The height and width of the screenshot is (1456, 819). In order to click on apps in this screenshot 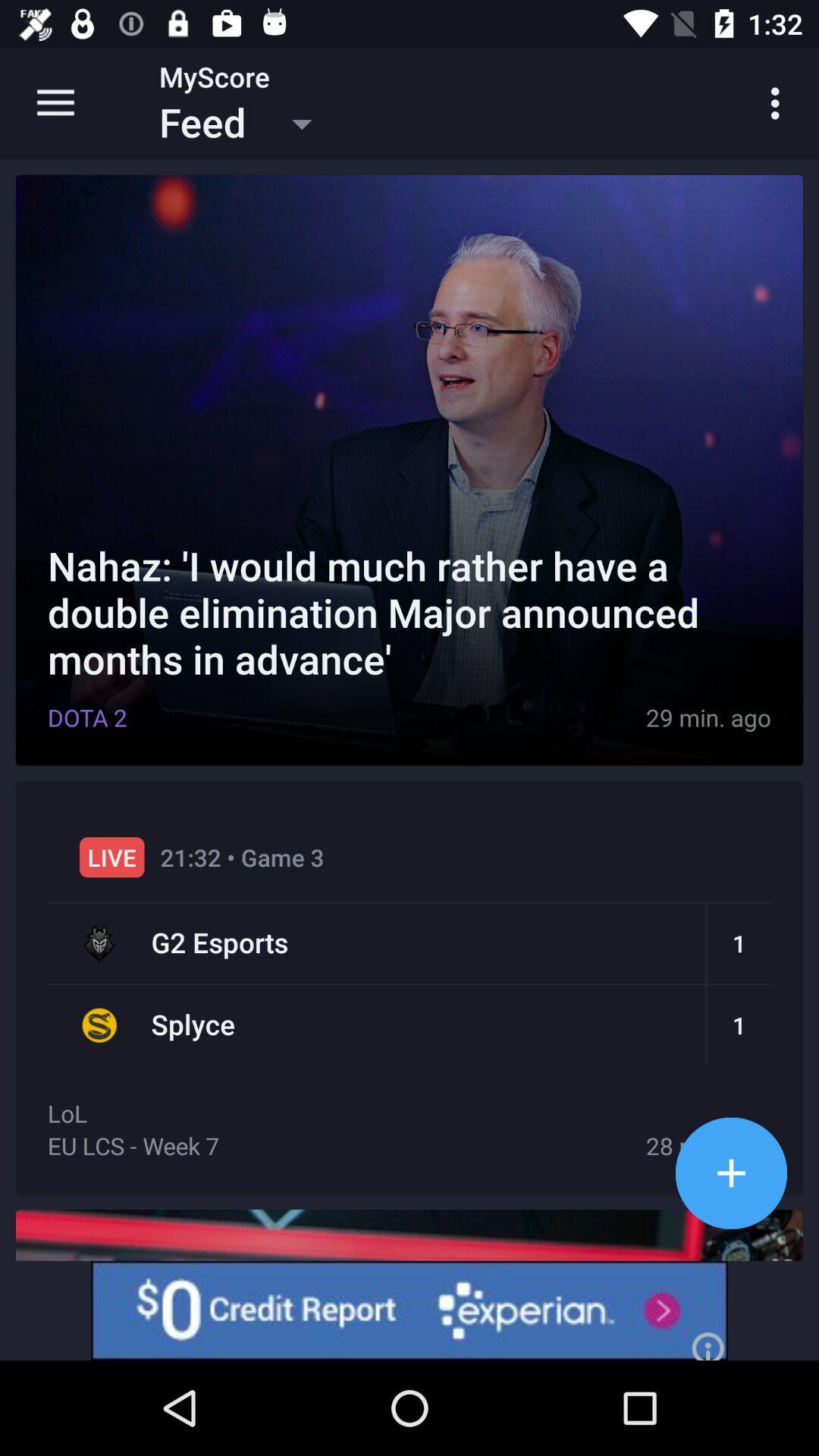, I will do `click(730, 1172)`.